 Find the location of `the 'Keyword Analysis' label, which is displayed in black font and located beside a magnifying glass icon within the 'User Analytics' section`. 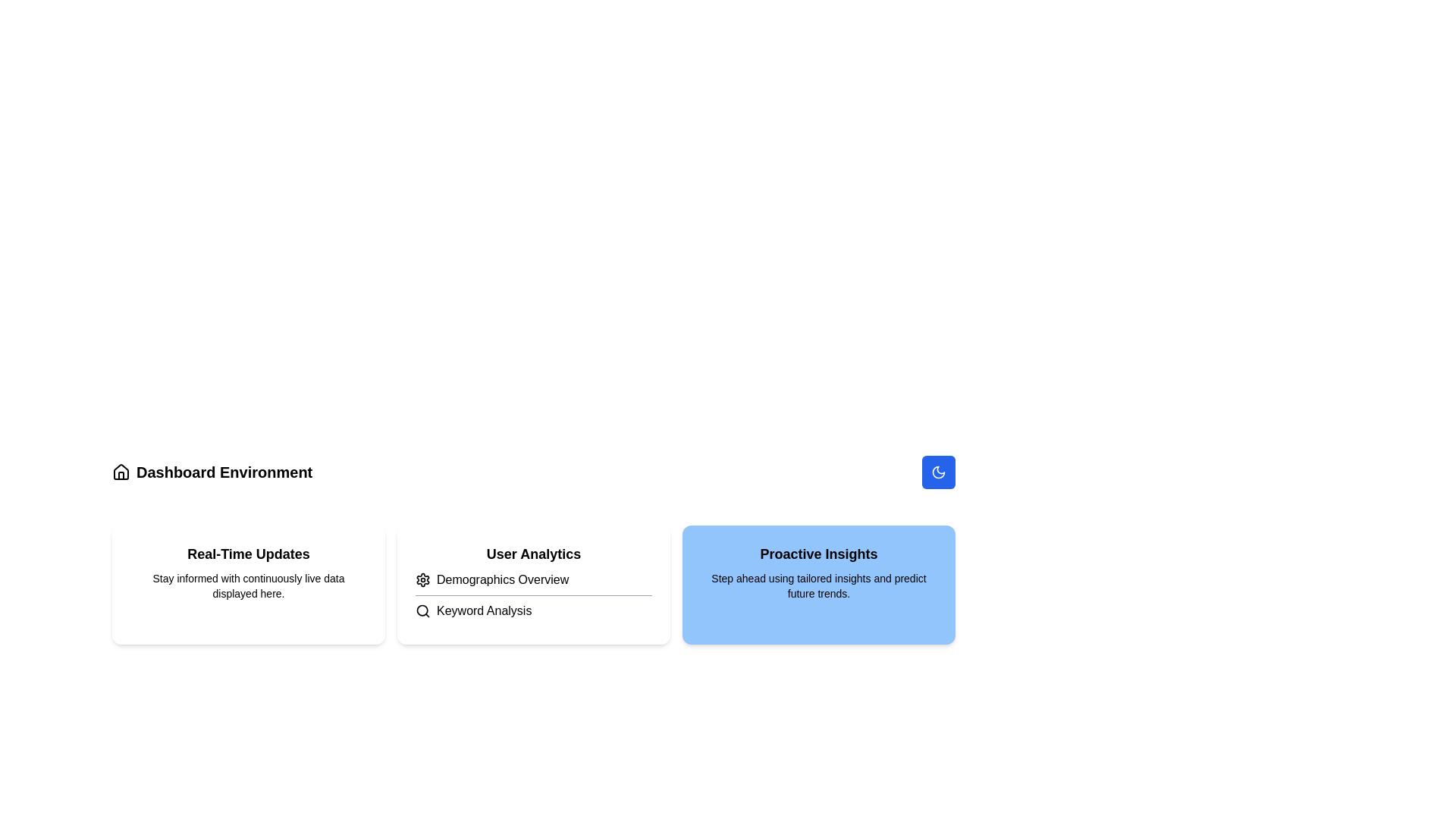

the 'Keyword Analysis' label, which is displayed in black font and located beside a magnifying glass icon within the 'User Analytics' section is located at coordinates (483, 610).